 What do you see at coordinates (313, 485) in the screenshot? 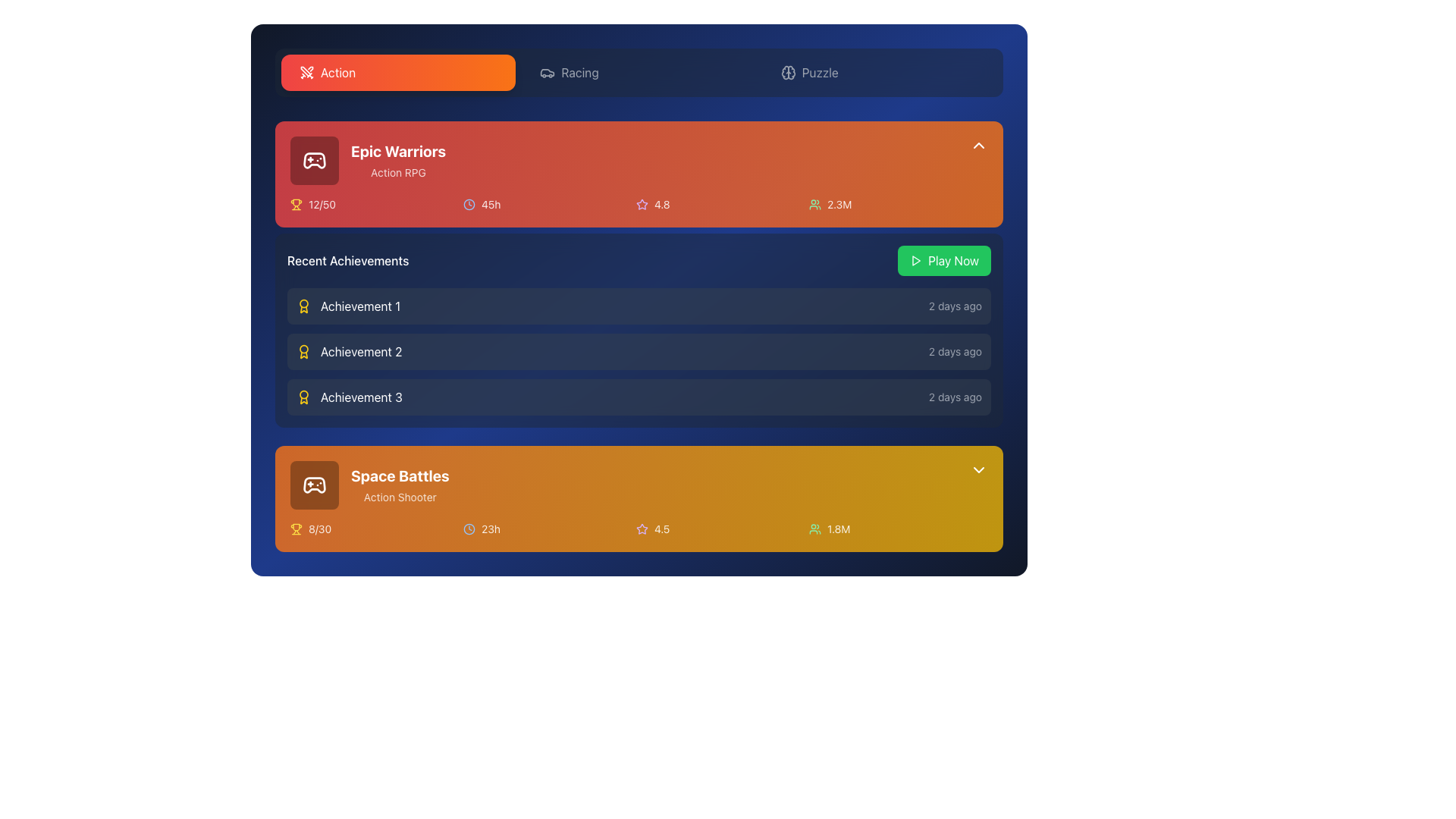
I see `the gaming controller icon with a brown color scheme and white details located in the 'Space Battles' game card near the top left corner` at bounding box center [313, 485].